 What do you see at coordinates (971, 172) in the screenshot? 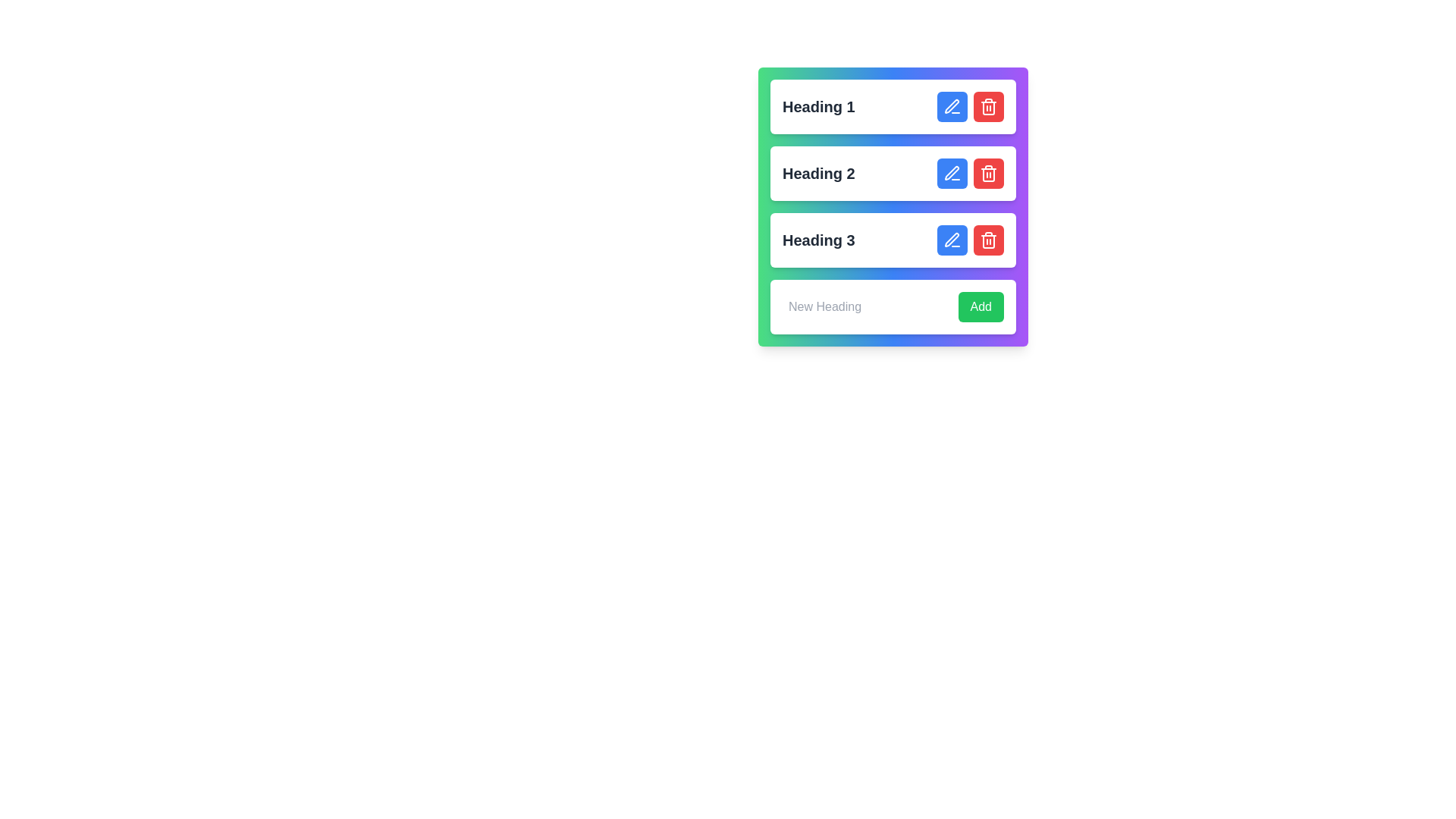
I see `the blue button with a pen icon` at bounding box center [971, 172].